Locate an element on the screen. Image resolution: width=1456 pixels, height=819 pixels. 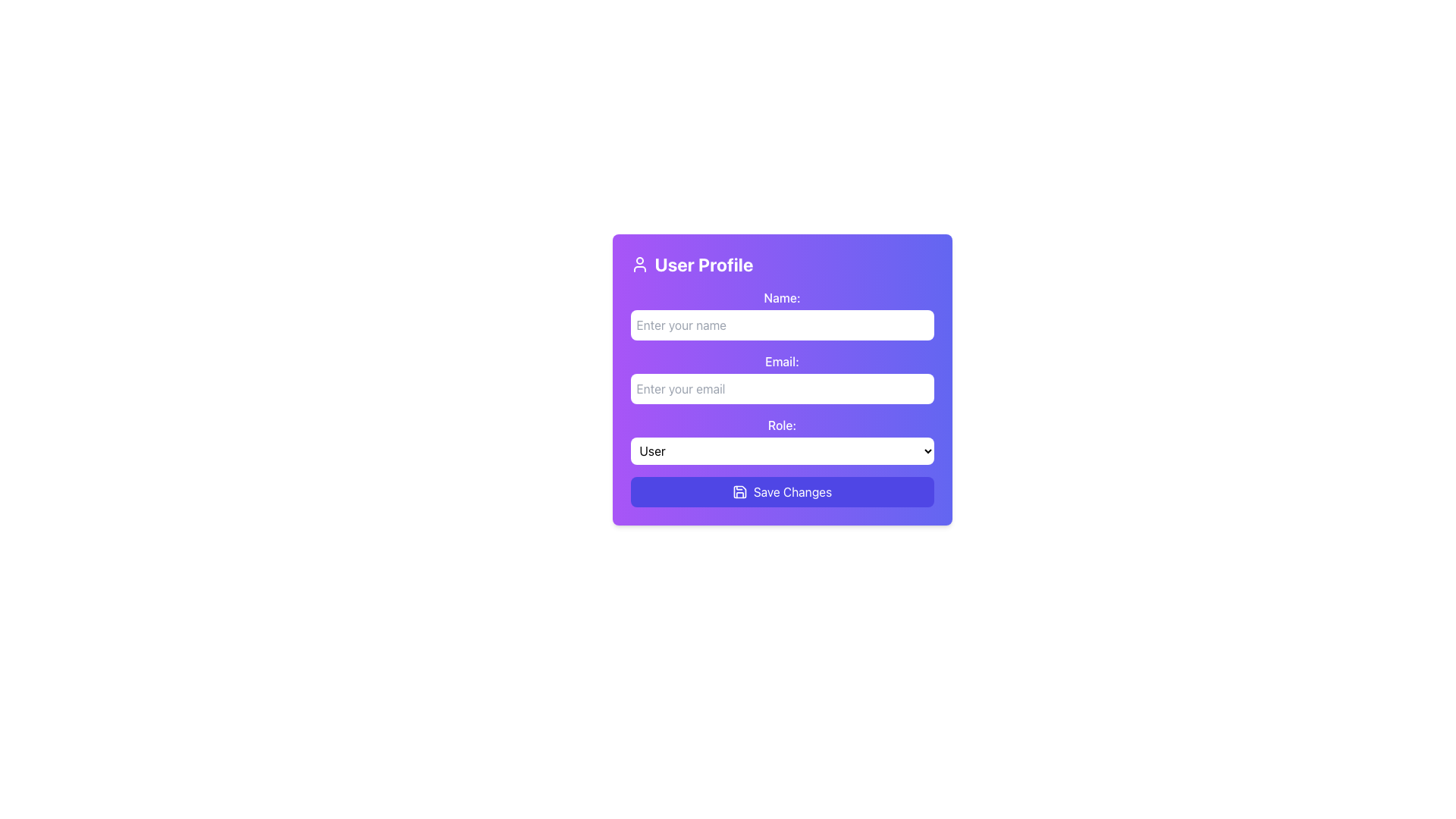
the Text Label that serves as a context for the dropdown input field labeled 'User' in the 'User Profile' section is located at coordinates (782, 425).